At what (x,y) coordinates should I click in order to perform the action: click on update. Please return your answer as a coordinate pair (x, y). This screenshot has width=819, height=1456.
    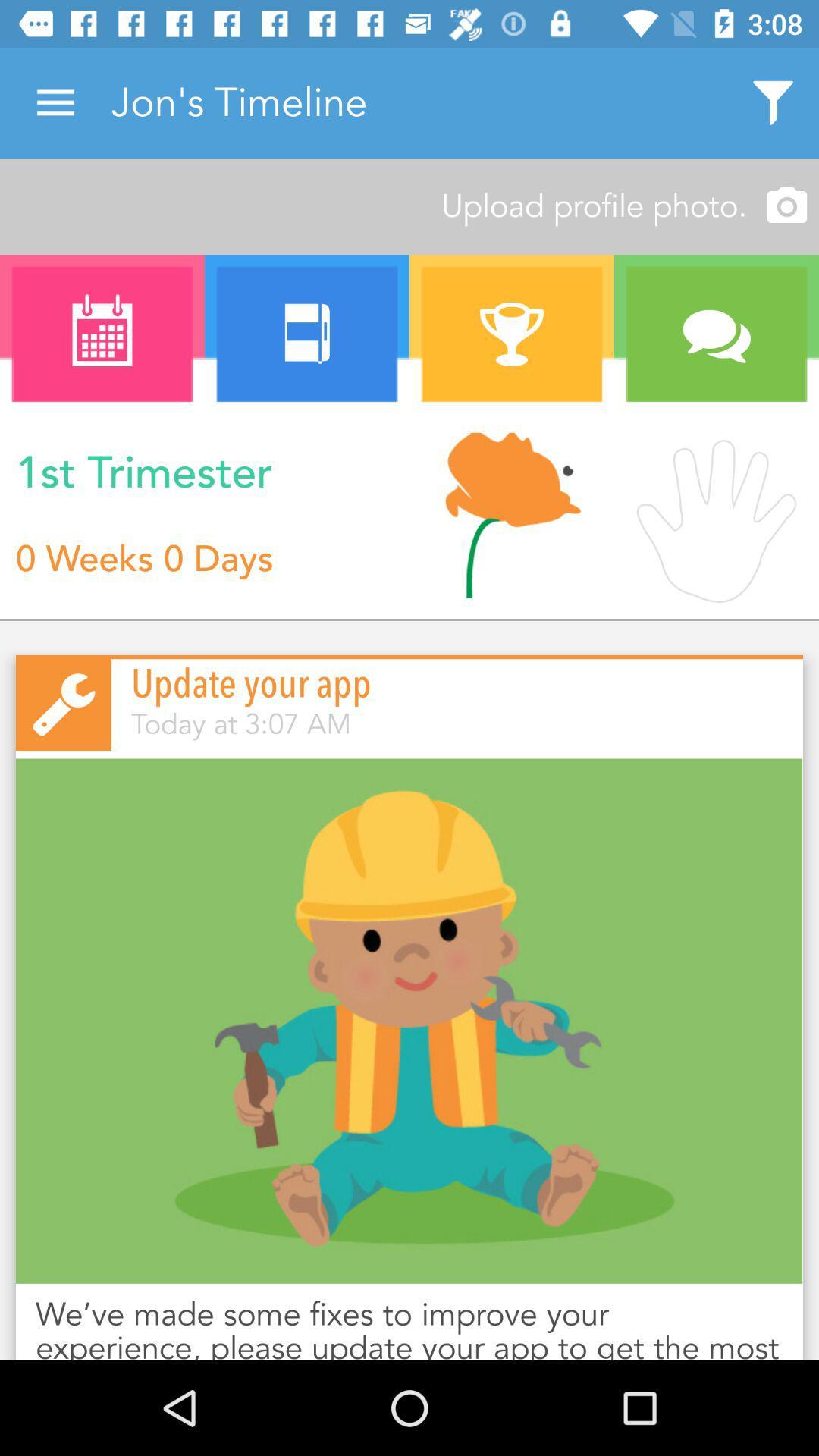
    Looking at the image, I should click on (409, 1021).